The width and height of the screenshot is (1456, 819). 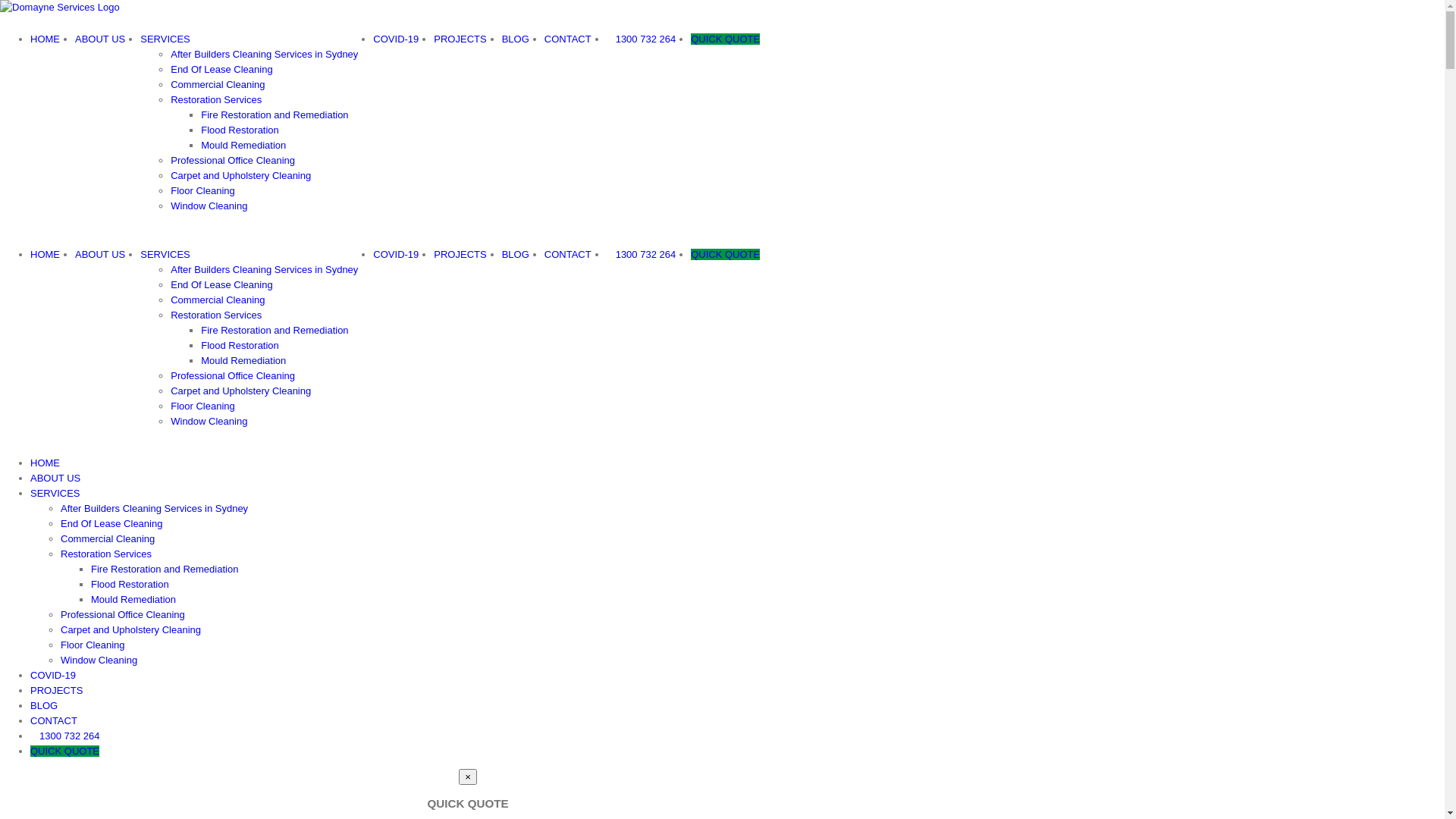 What do you see at coordinates (221, 69) in the screenshot?
I see `'End Of Lease Cleaning'` at bounding box center [221, 69].